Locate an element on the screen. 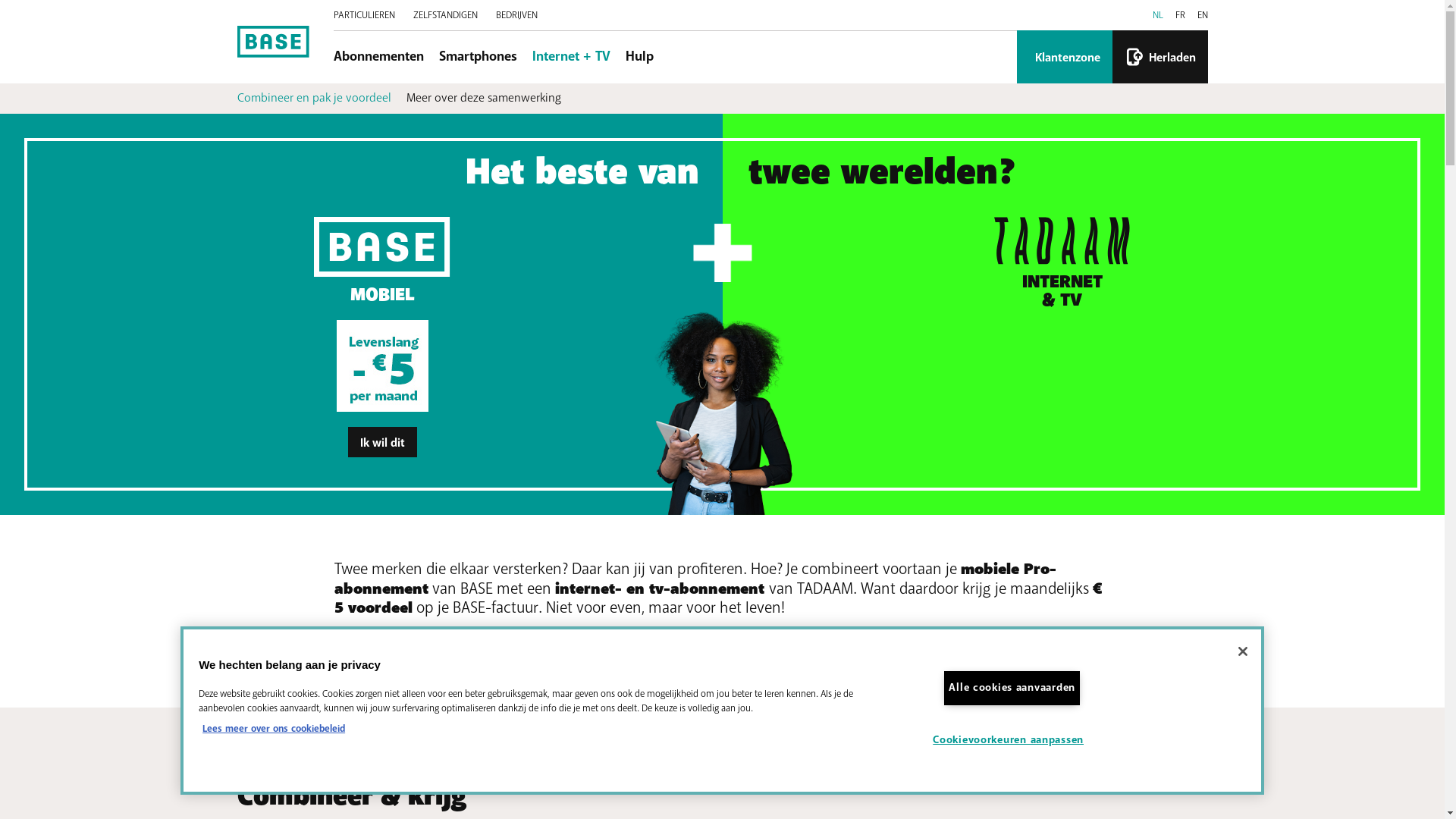 The width and height of the screenshot is (1456, 819). 'Alle cookies aanvaarden' is located at coordinates (1012, 688).